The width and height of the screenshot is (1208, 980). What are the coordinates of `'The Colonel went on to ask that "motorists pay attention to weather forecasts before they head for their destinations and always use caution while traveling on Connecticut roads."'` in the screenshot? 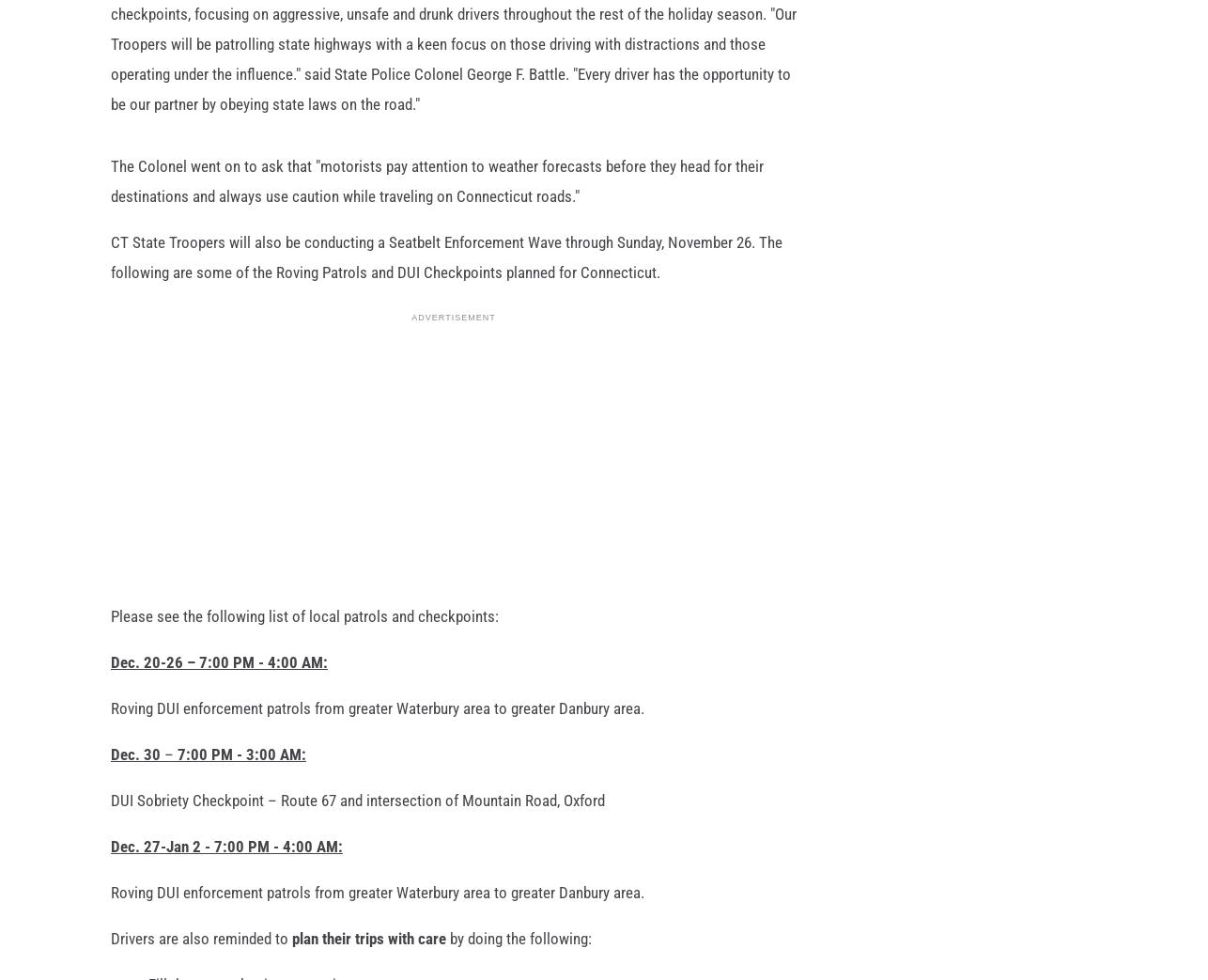 It's located at (436, 194).